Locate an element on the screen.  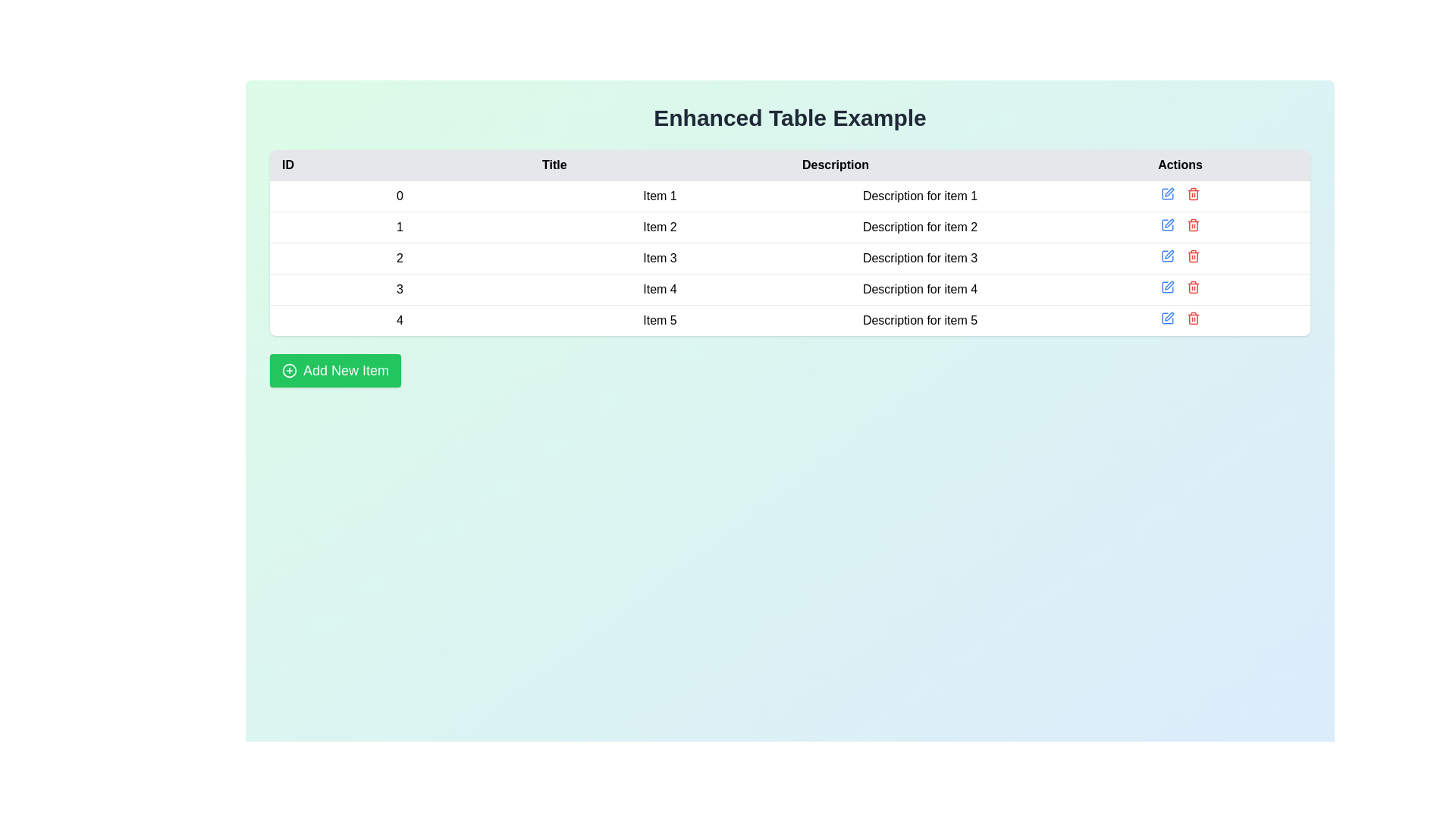
the static text field displaying 'Description for item 1' located in the third column of the table, which is styled with 'px-4 py-2' padding and is center-aligned within its cell is located at coordinates (919, 195).